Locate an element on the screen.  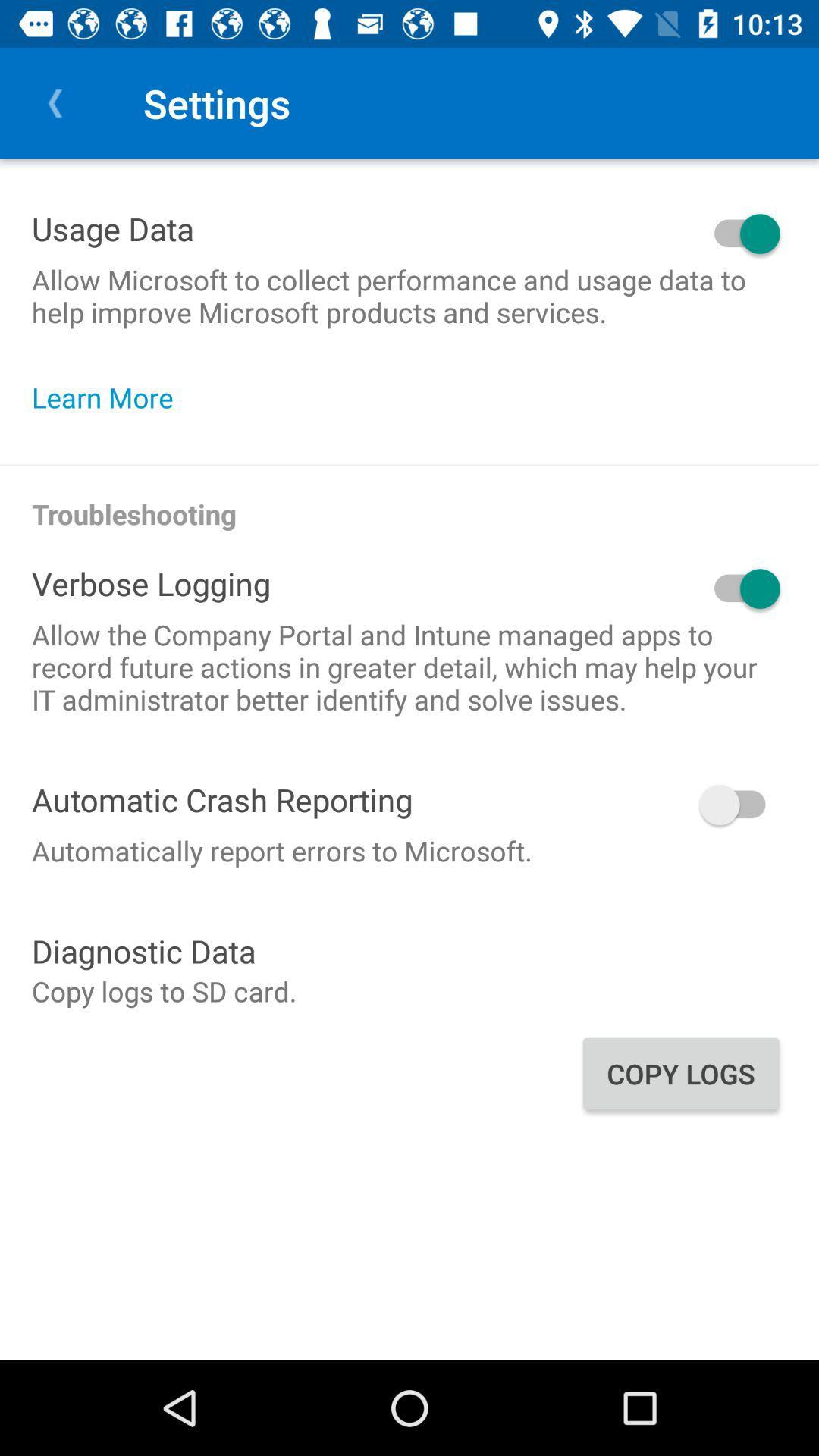
the learn more is located at coordinates (109, 397).